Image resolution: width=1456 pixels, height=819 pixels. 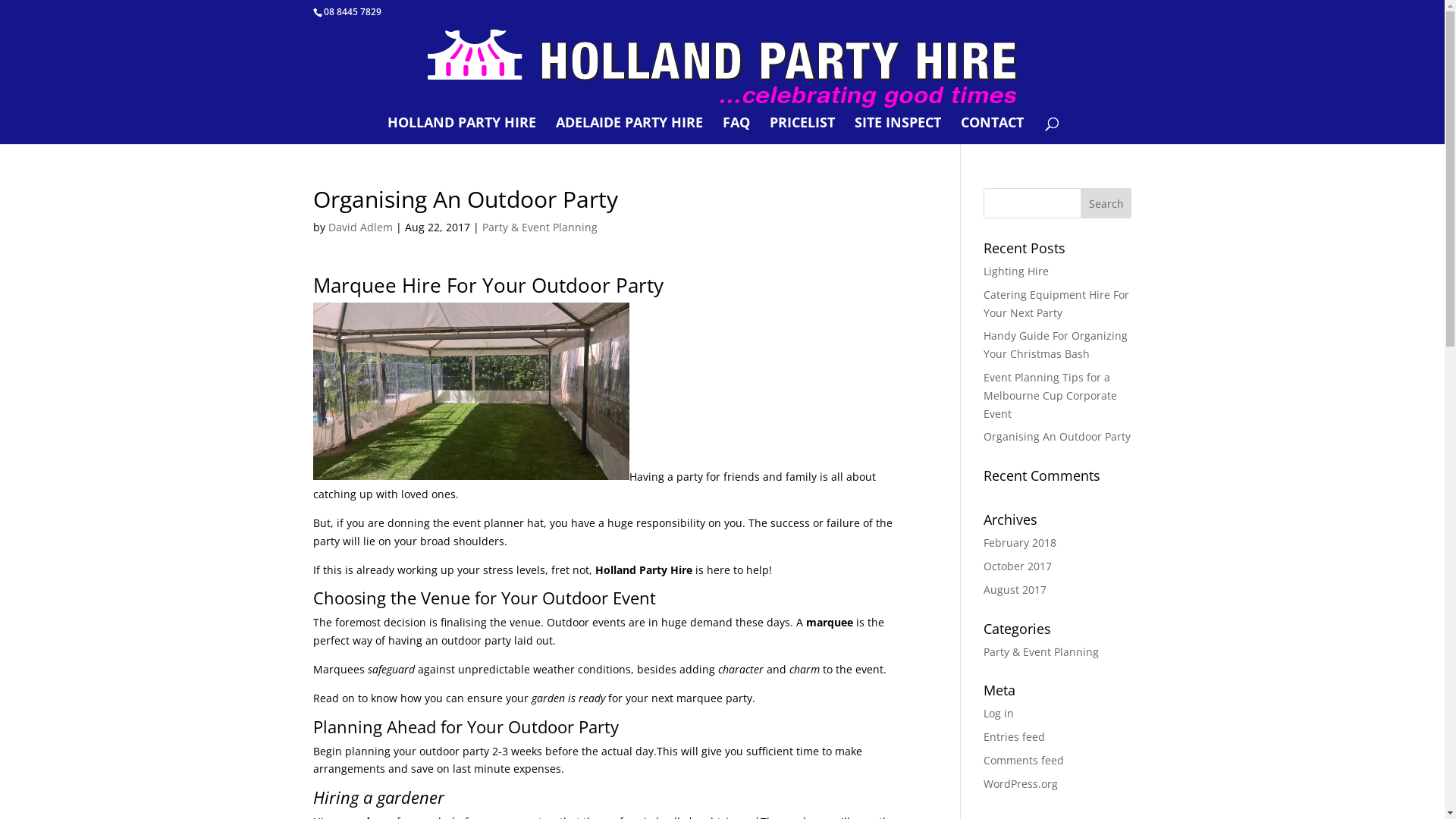 I want to click on 'Comments feed', so click(x=1023, y=760).